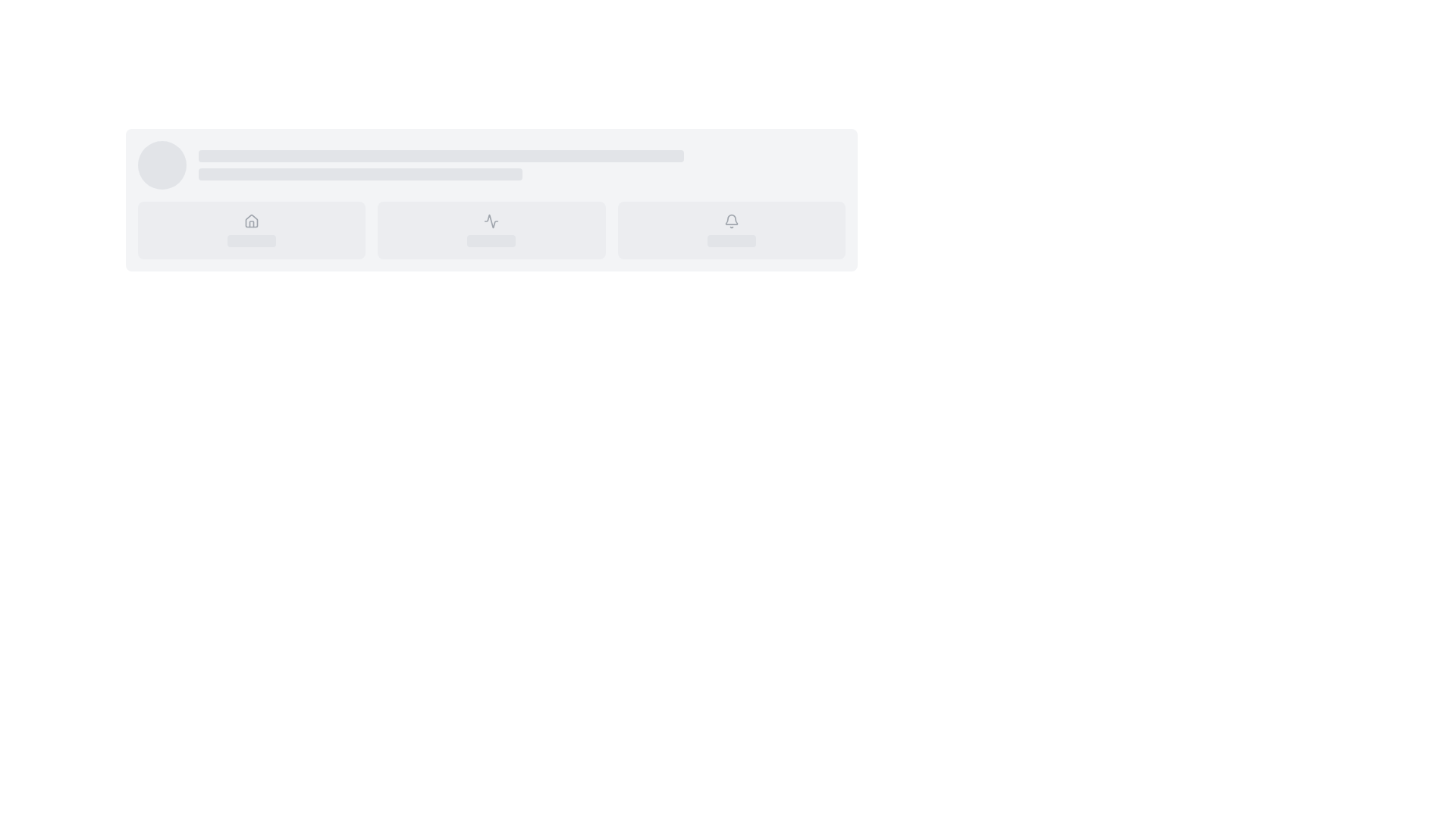  What do you see at coordinates (491, 221) in the screenshot?
I see `the zigzag line icon in the center section of the navigation bar, which represents activity or fluctuation` at bounding box center [491, 221].